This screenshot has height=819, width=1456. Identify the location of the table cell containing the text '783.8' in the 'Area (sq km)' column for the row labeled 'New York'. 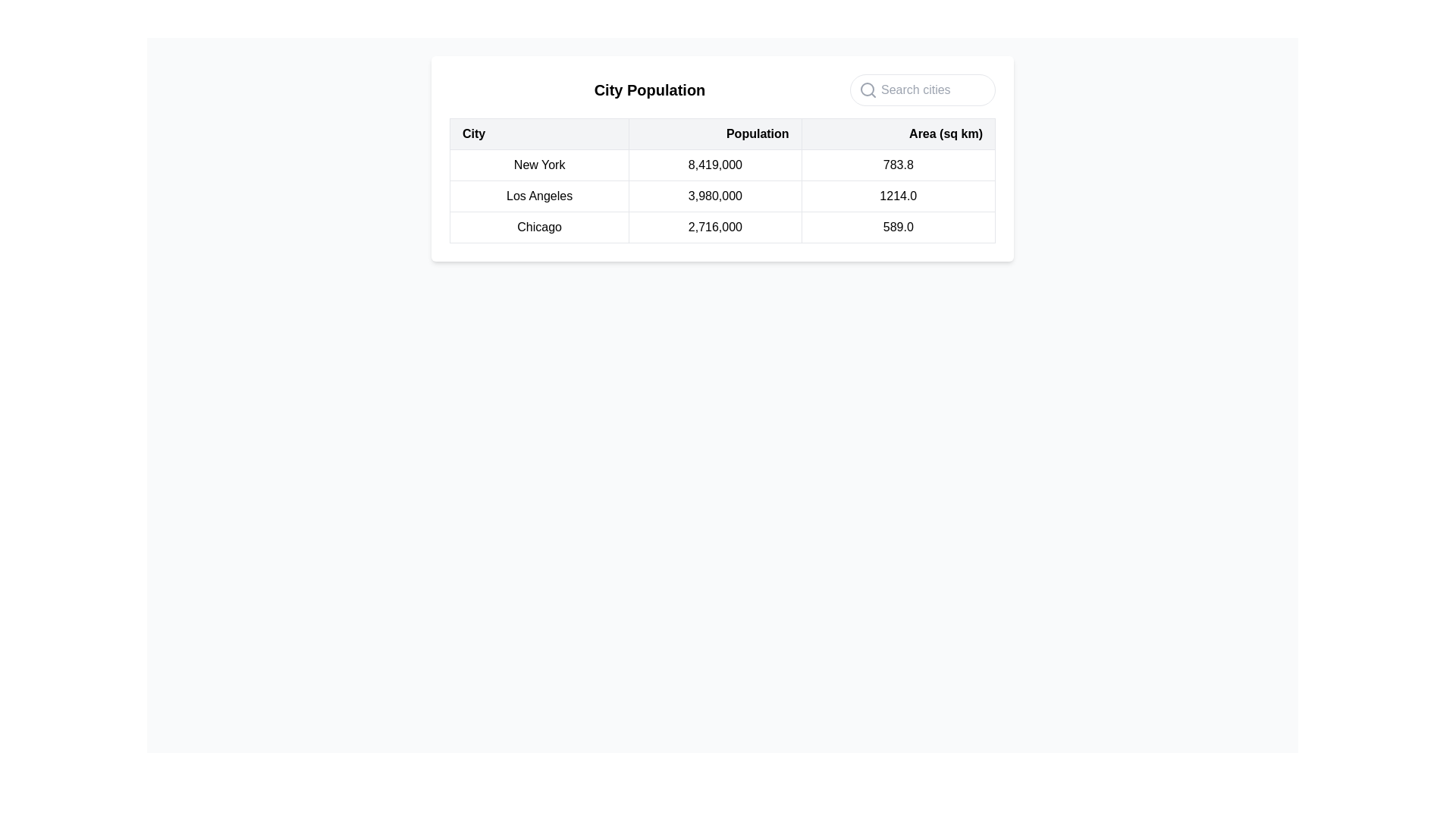
(898, 165).